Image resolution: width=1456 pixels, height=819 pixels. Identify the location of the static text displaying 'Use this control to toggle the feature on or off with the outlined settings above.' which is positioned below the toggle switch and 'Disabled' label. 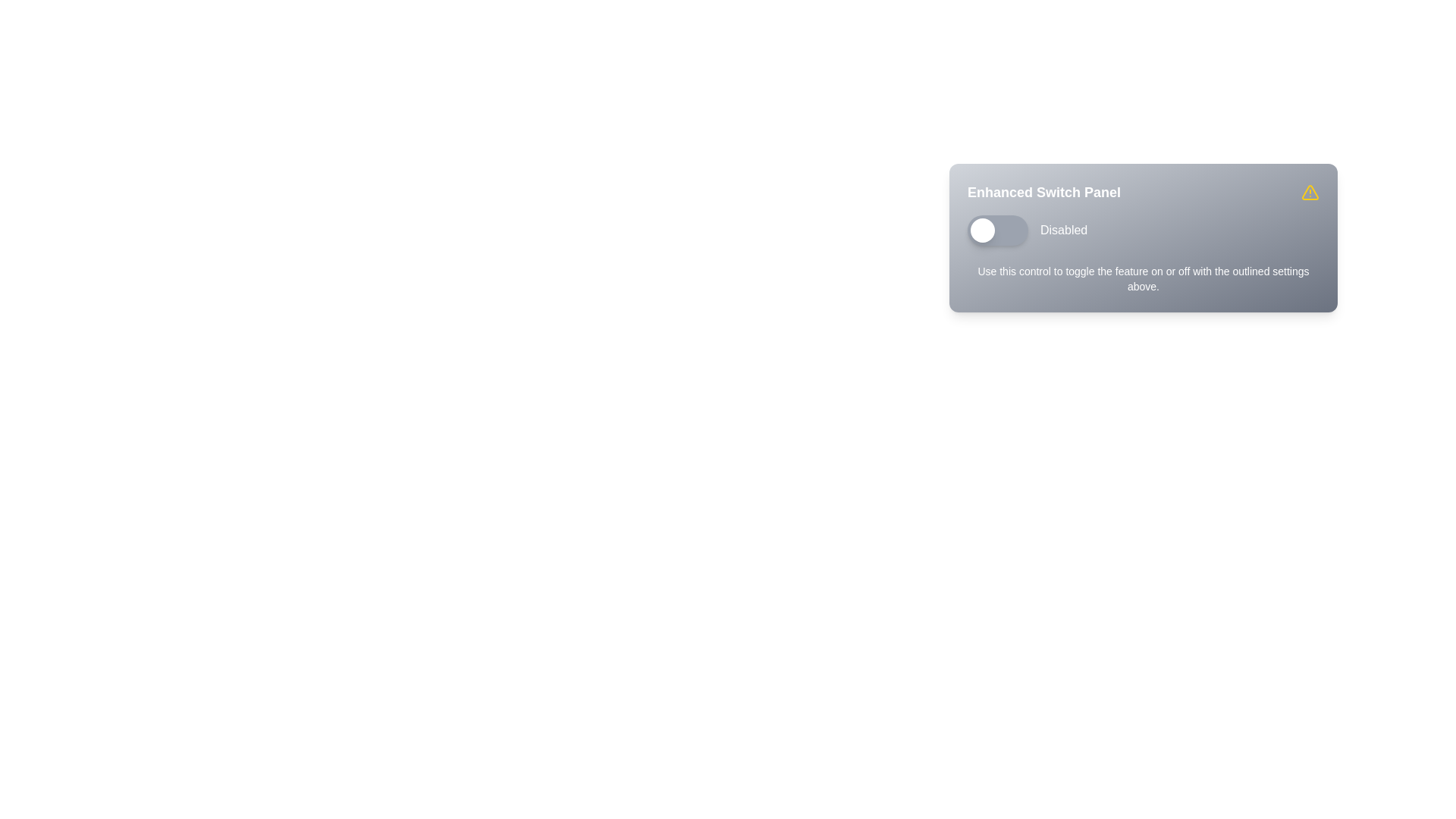
(1143, 278).